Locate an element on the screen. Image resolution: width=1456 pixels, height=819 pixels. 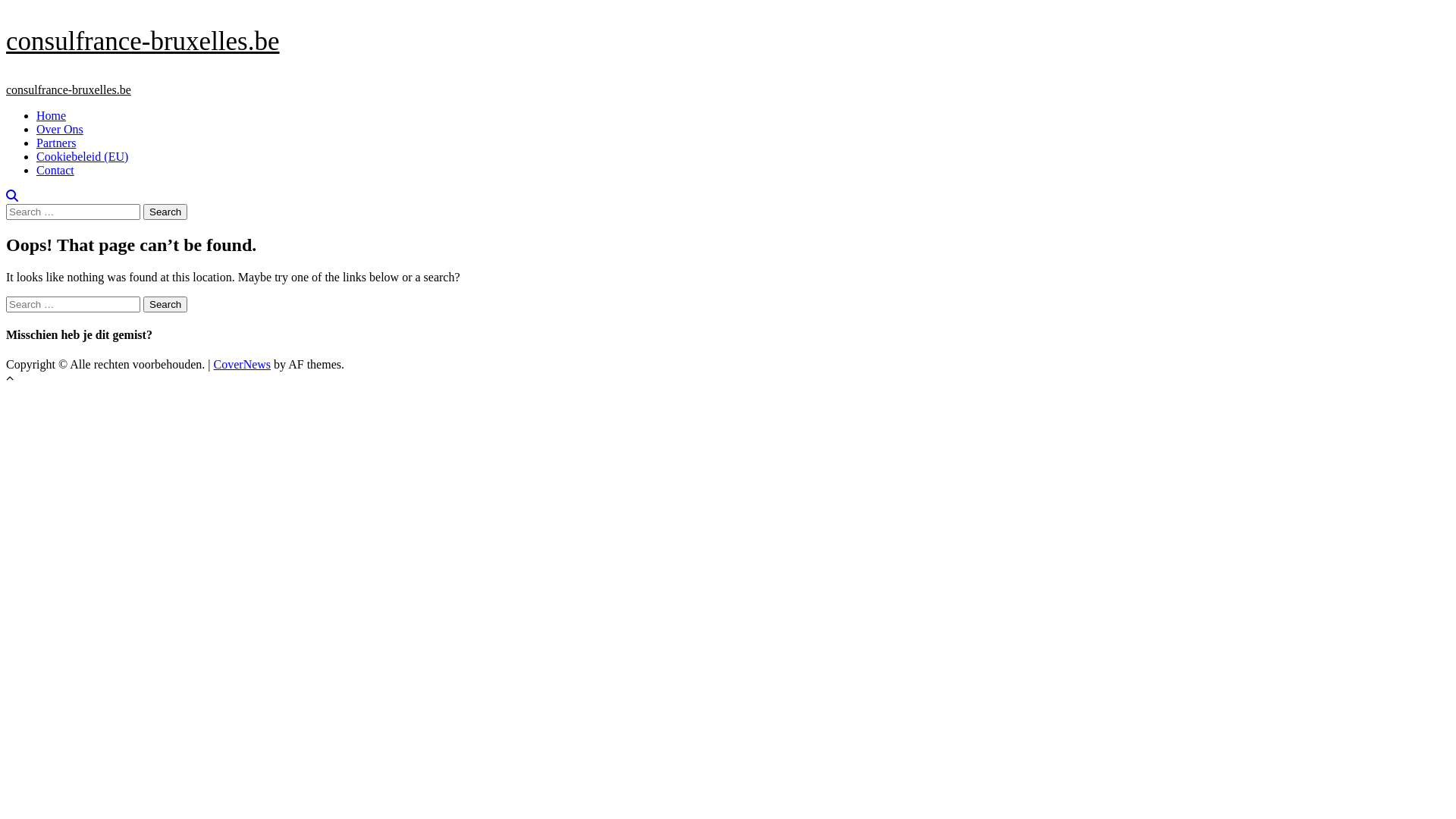
'Search' is located at coordinates (165, 304).